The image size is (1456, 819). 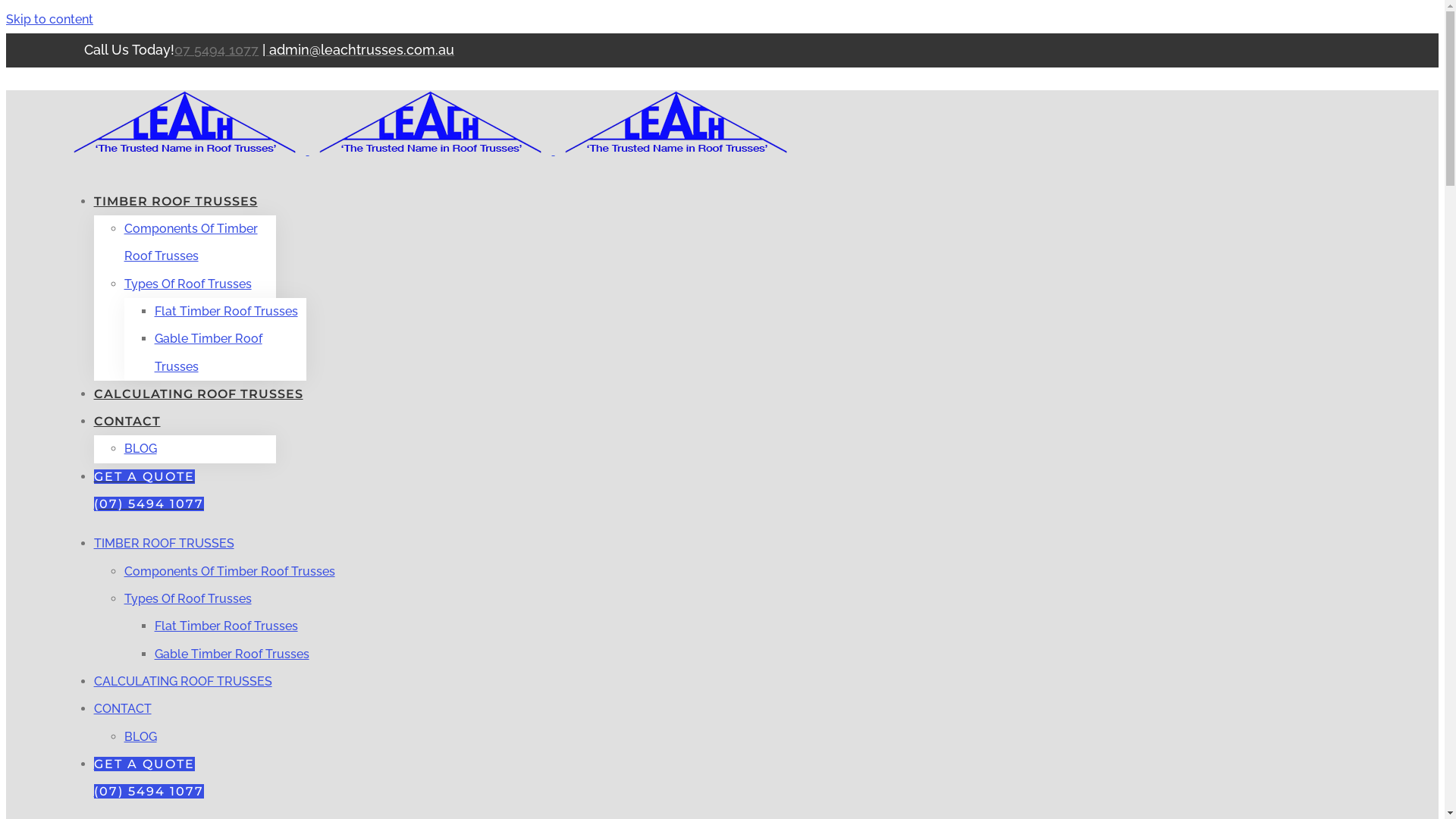 What do you see at coordinates (187, 284) in the screenshot?
I see `'Types Of Roof Trusses'` at bounding box center [187, 284].